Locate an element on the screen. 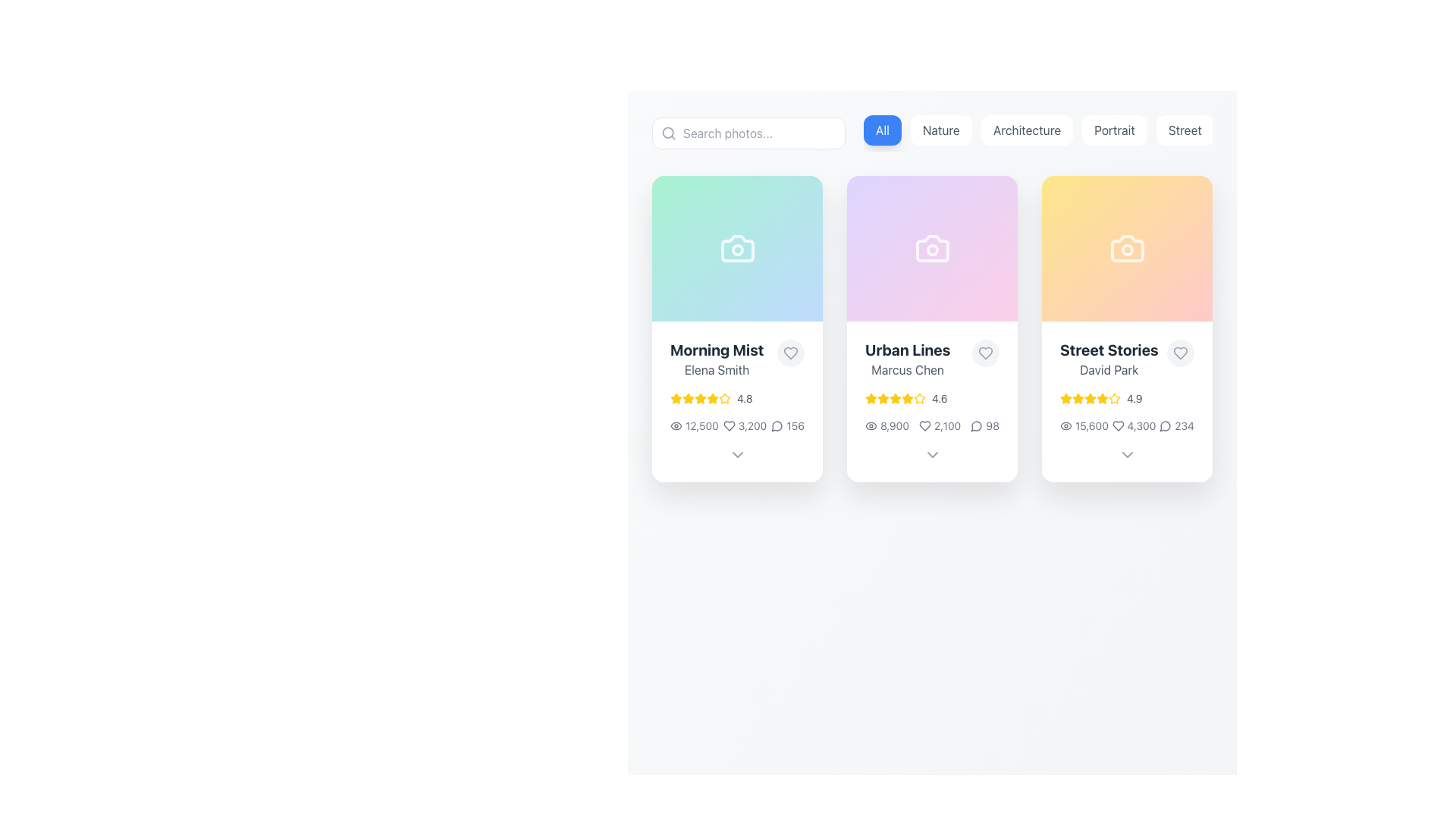 The image size is (1456, 819). the 5th star-shaped icon (yellow fill) in the 5-star rating system on the 'Street Stories' card, which is the third card from the left is located at coordinates (1103, 397).